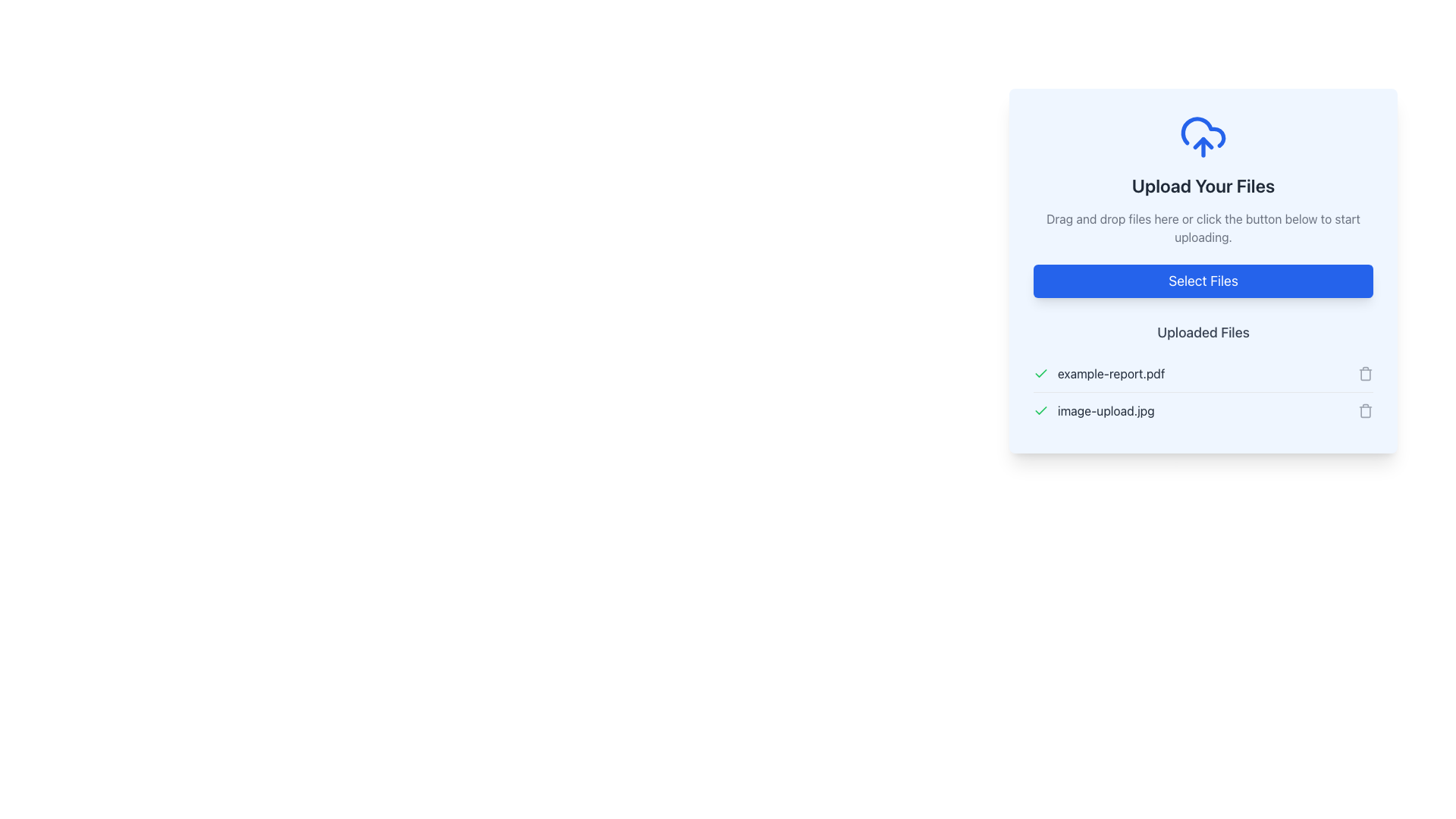 The height and width of the screenshot is (819, 1456). What do you see at coordinates (1203, 270) in the screenshot?
I see `the File upload module with a light blue background containing the 'Select Files' button` at bounding box center [1203, 270].